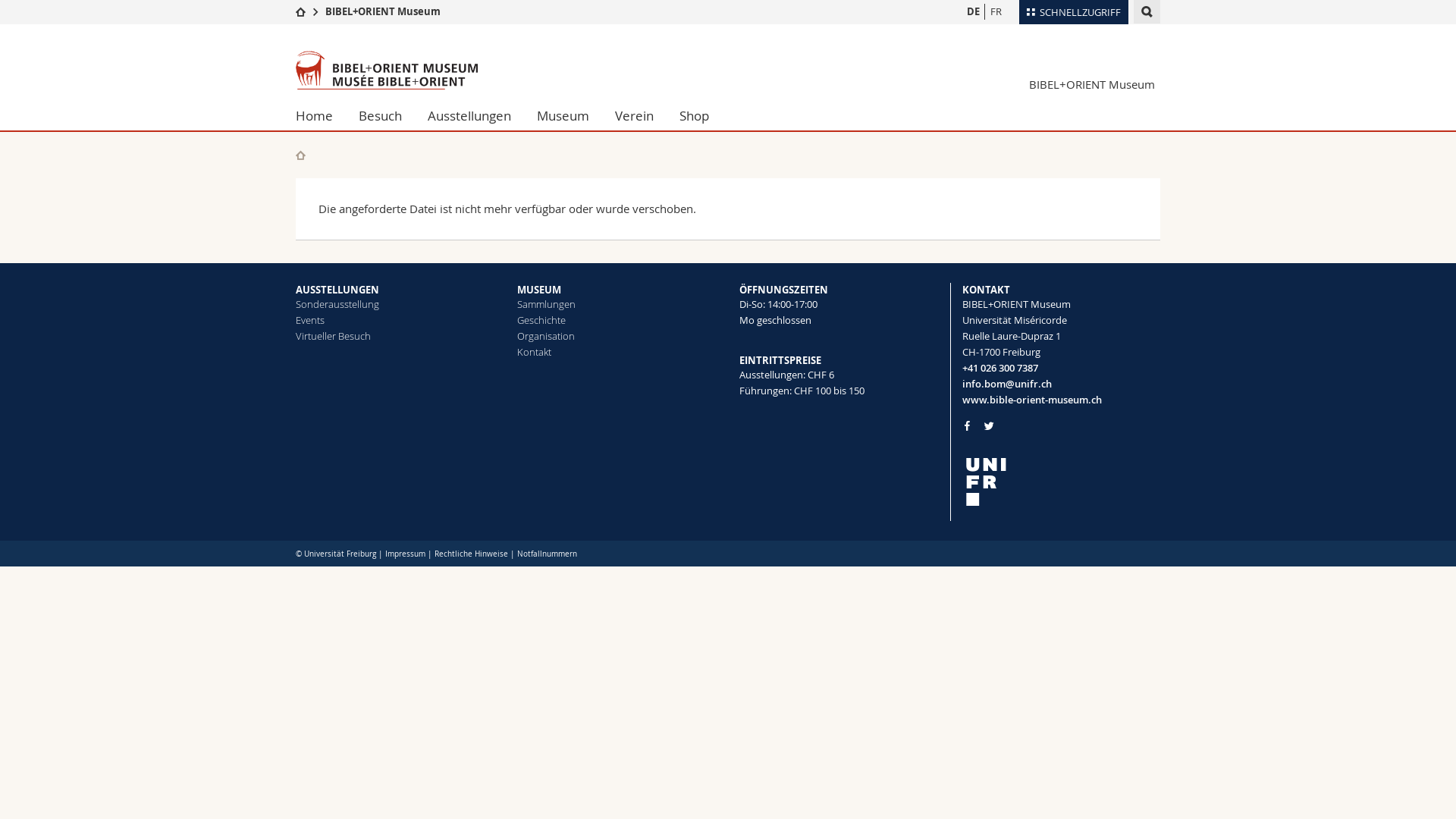  Describe the element at coordinates (996, 11) in the screenshot. I see `'FR'` at that location.